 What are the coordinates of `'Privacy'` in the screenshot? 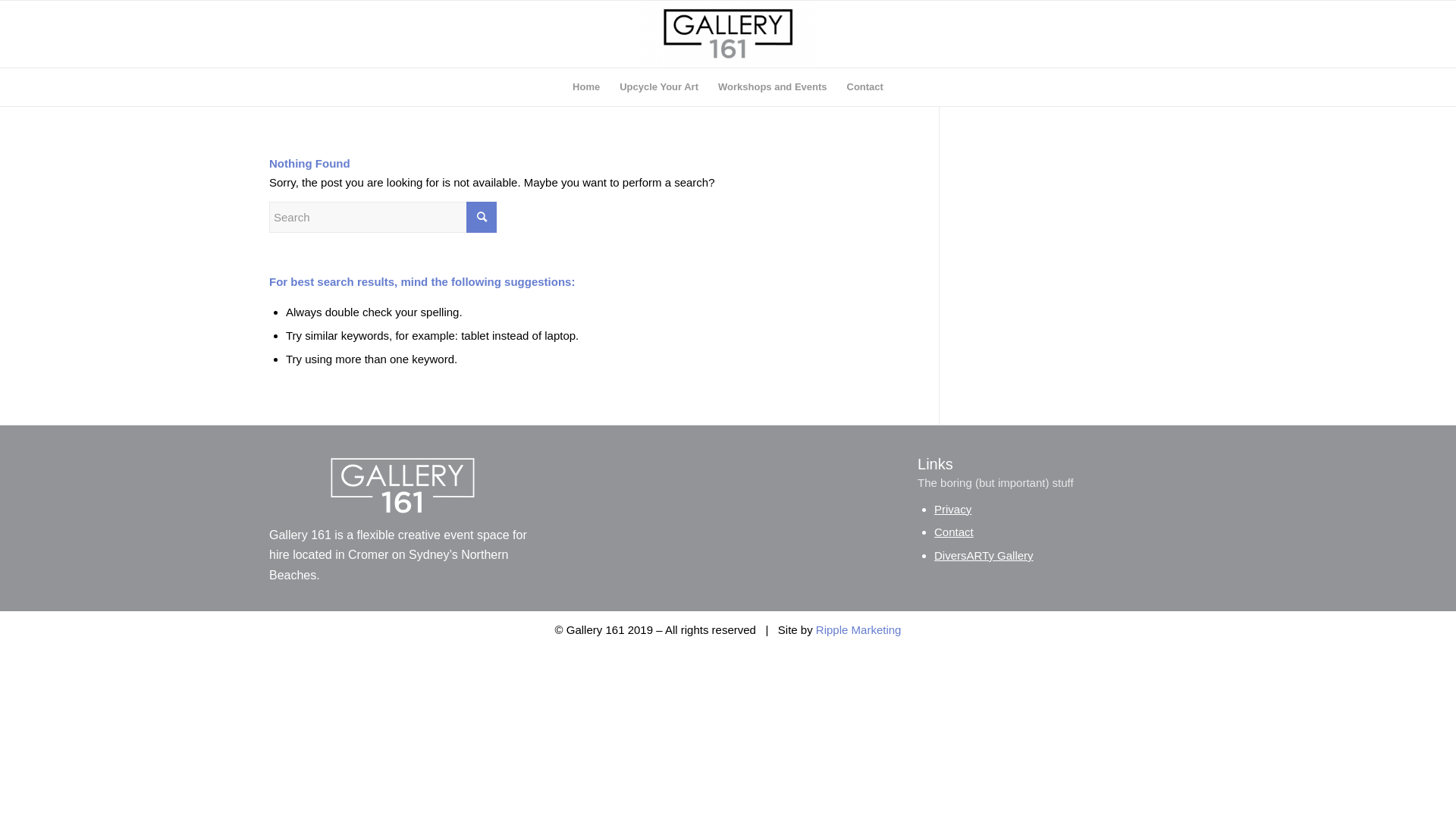 It's located at (952, 508).